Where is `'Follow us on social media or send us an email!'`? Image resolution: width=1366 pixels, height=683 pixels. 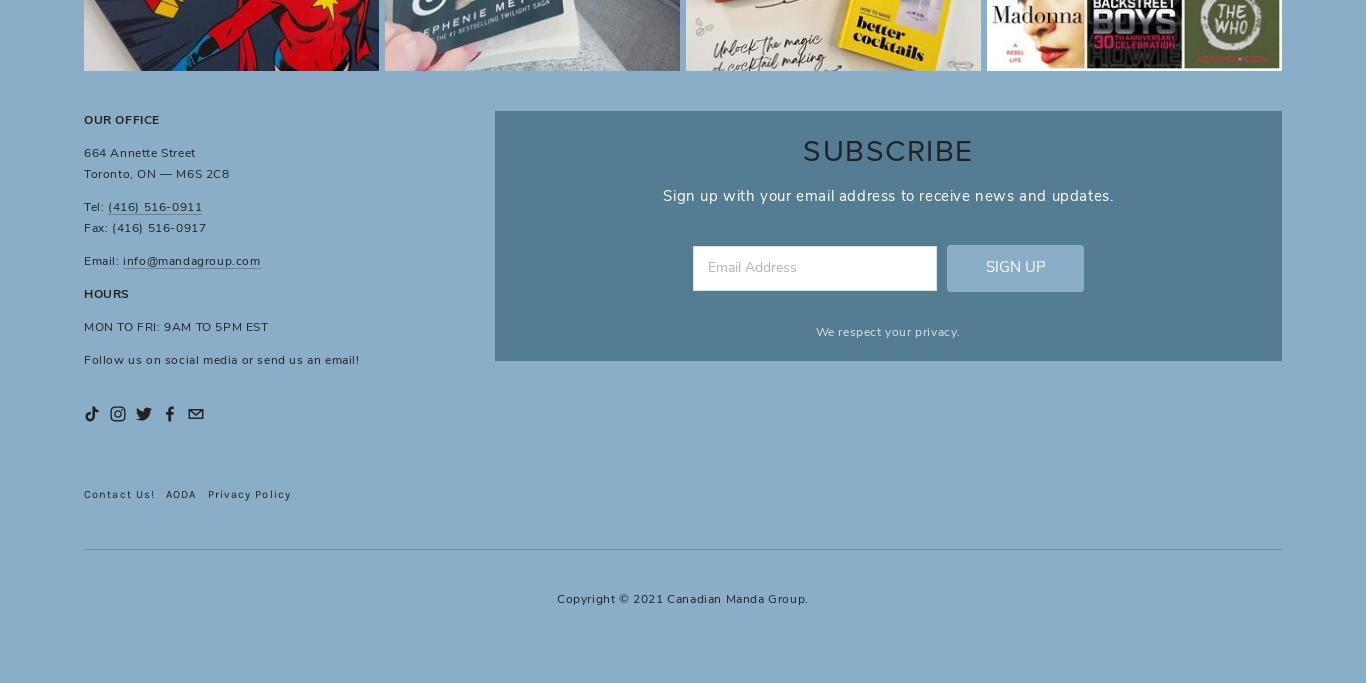 'Follow us on social media or send us an email!' is located at coordinates (220, 360).